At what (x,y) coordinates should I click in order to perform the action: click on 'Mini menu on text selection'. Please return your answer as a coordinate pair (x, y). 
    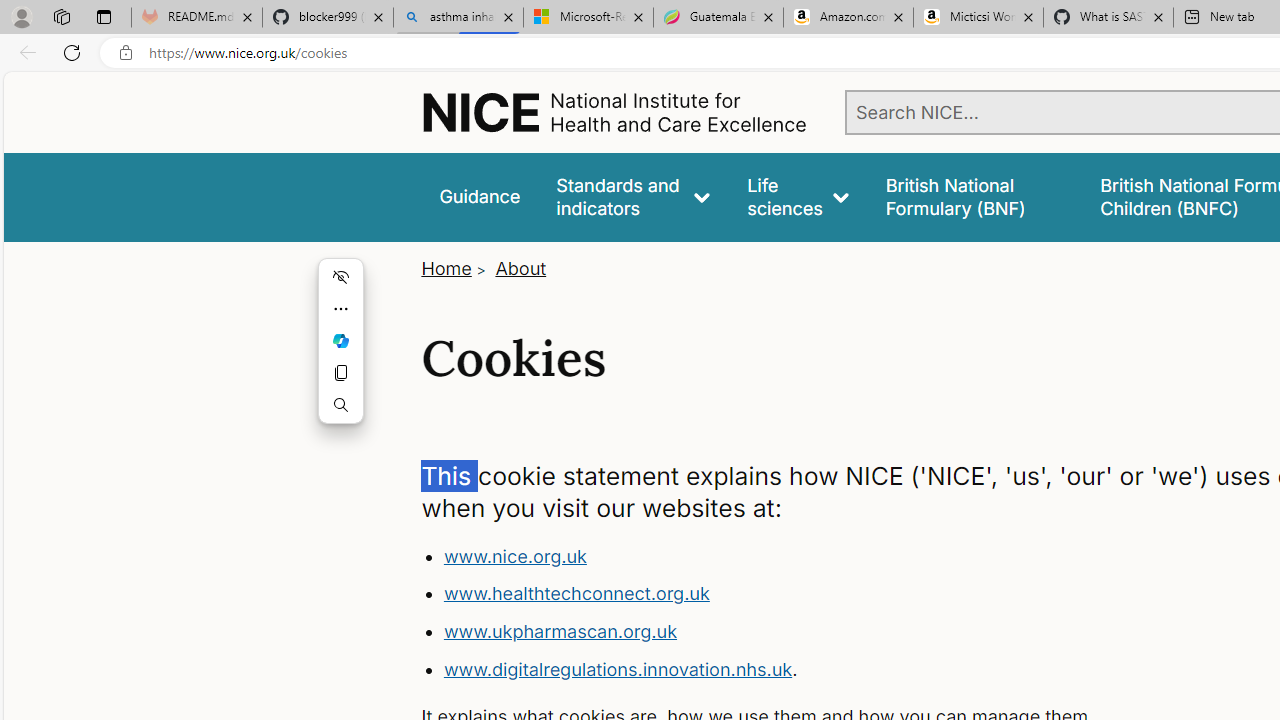
    Looking at the image, I should click on (341, 340).